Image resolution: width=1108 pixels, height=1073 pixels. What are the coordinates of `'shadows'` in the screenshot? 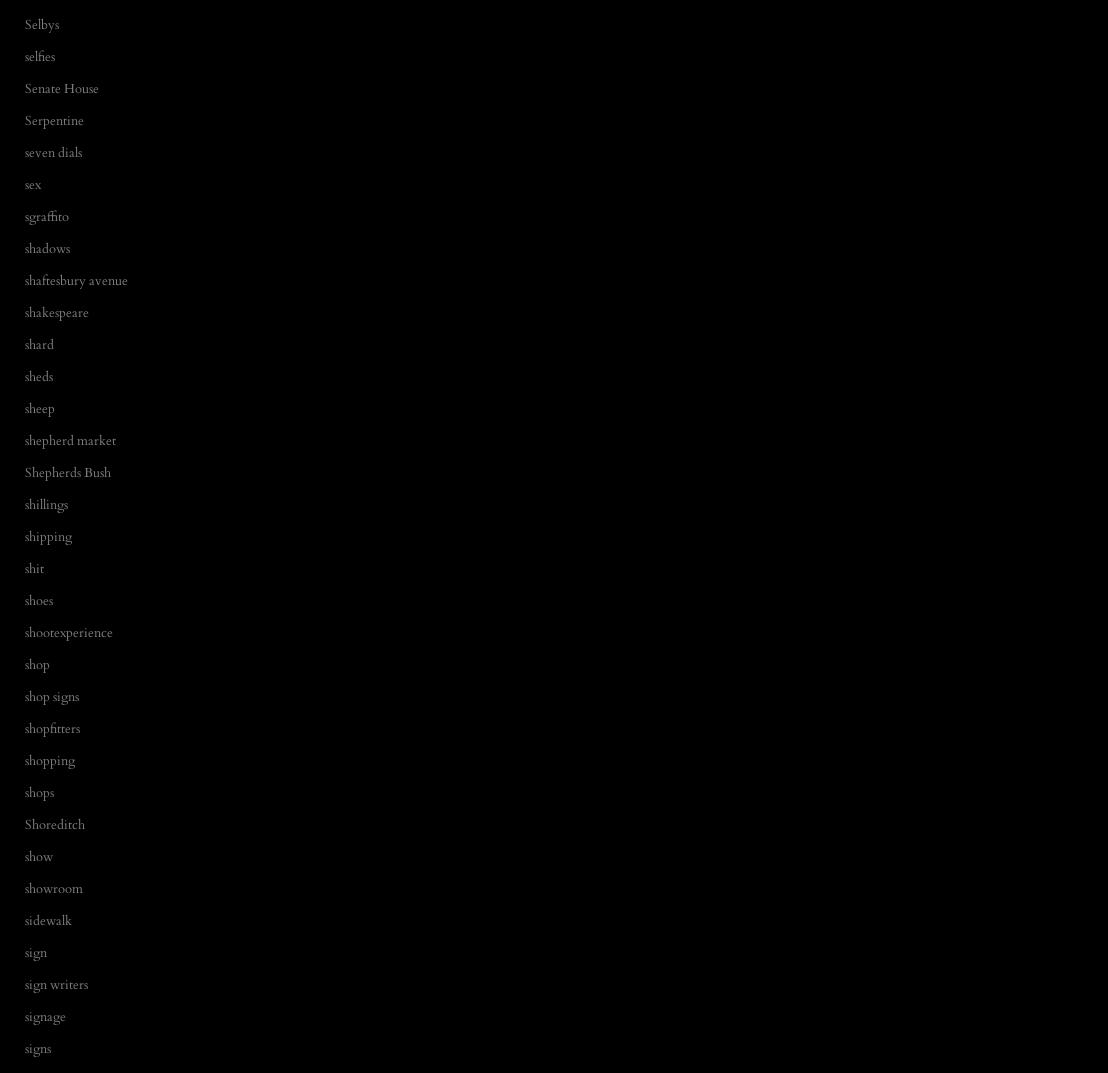 It's located at (46, 246).